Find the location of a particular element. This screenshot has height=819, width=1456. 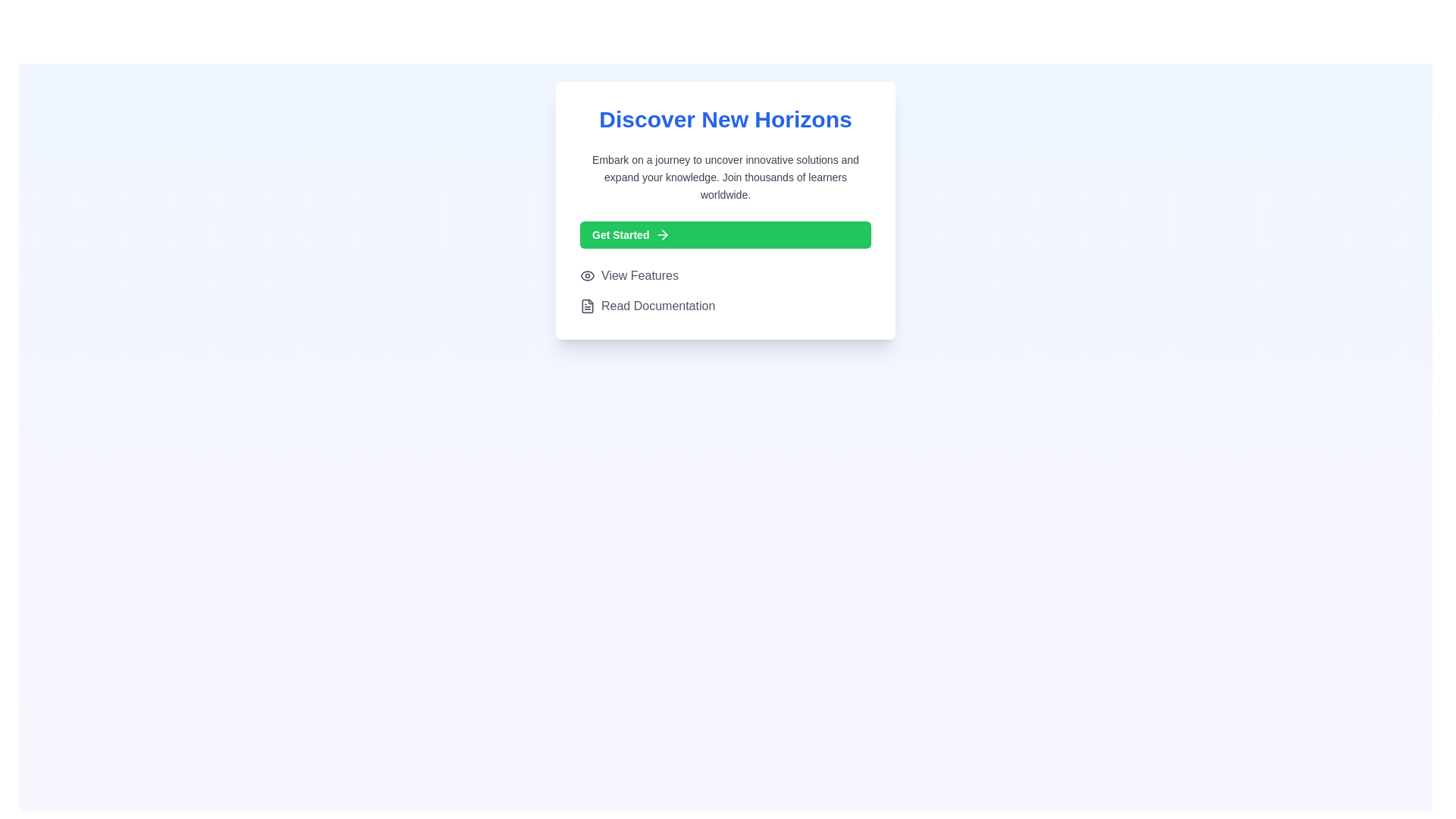

the 'View Features' text label is located at coordinates (640, 276).